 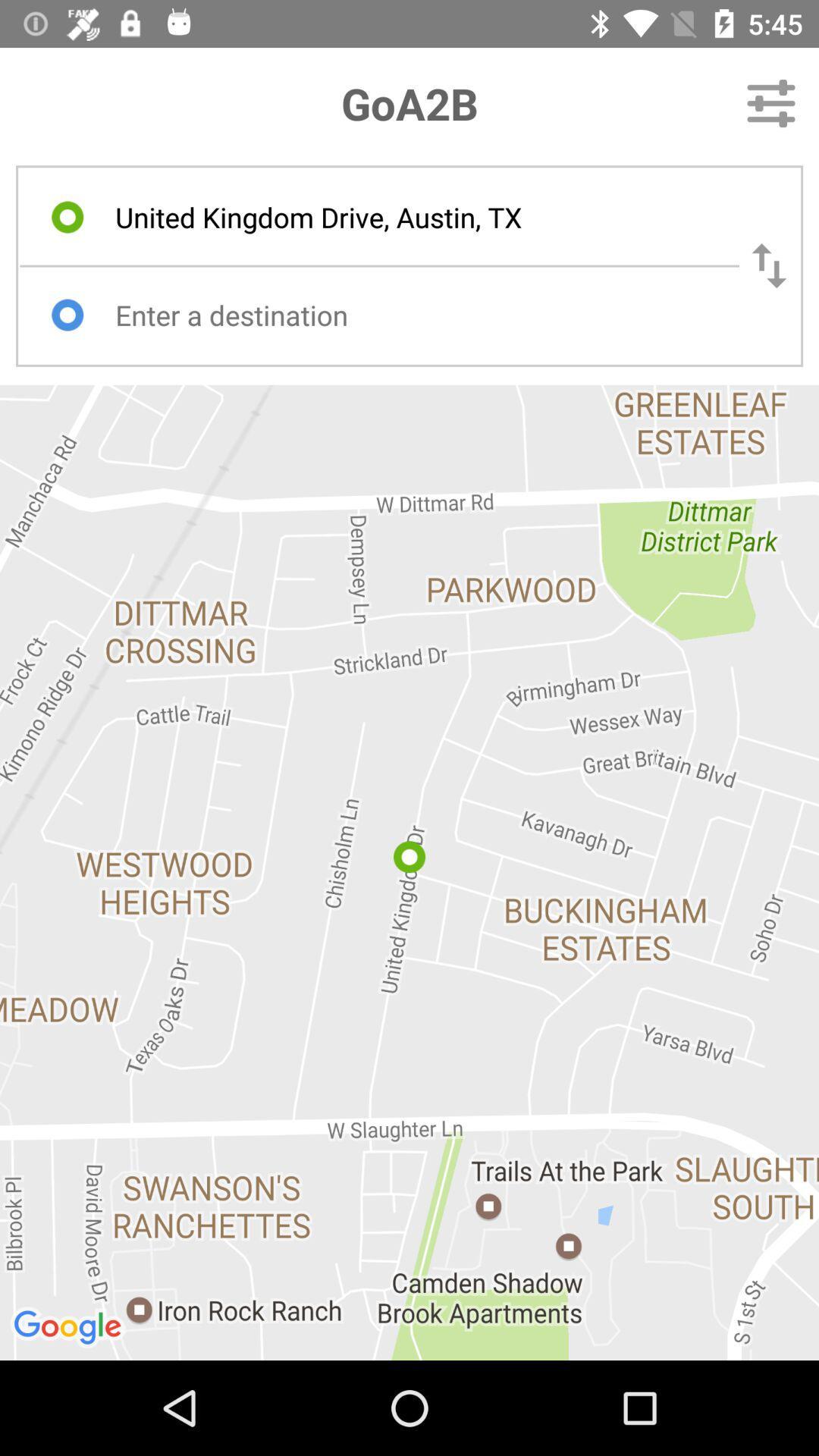 What do you see at coordinates (769, 265) in the screenshot?
I see `the compare icon` at bounding box center [769, 265].